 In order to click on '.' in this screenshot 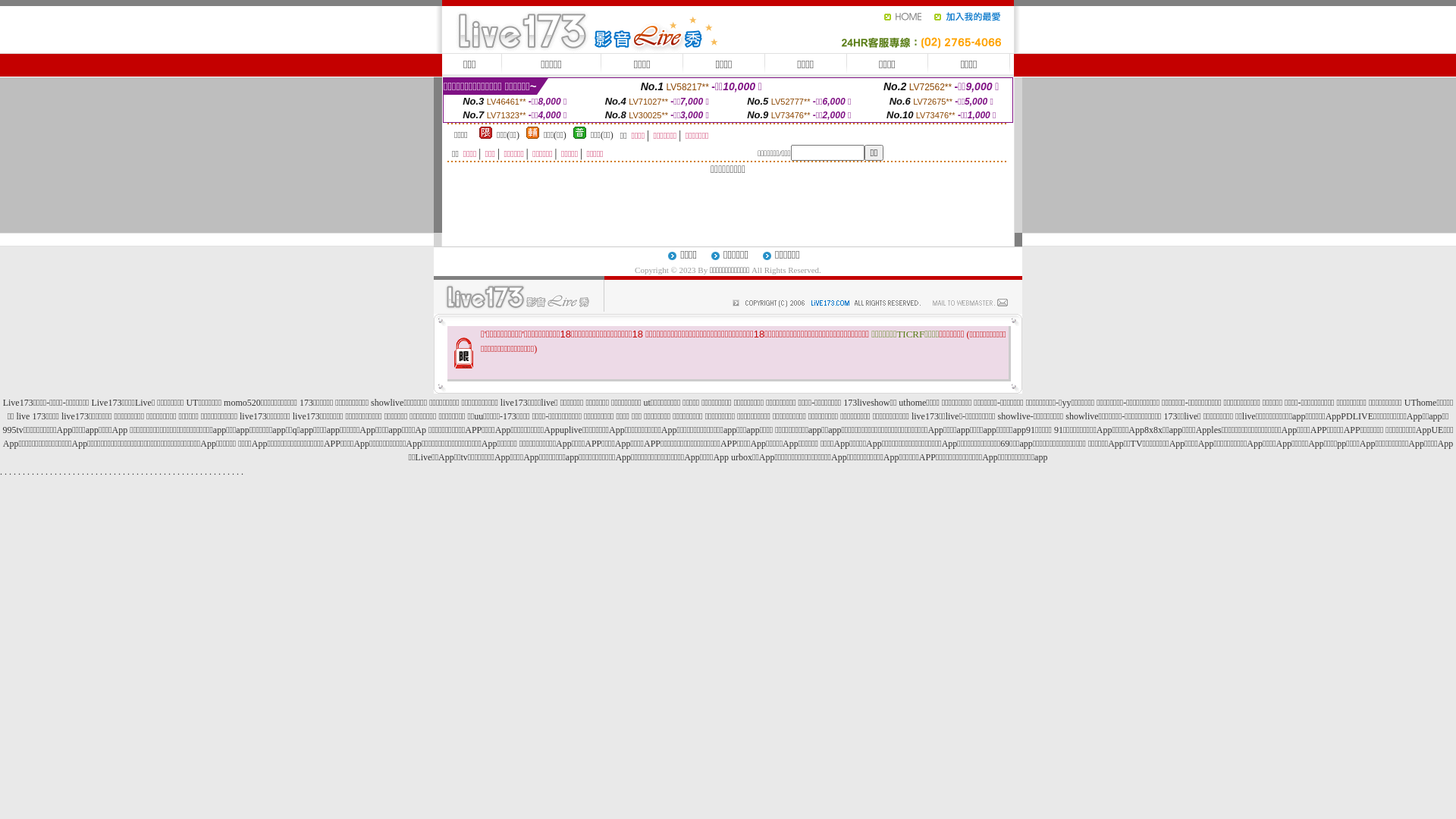, I will do `click(64, 470)`.